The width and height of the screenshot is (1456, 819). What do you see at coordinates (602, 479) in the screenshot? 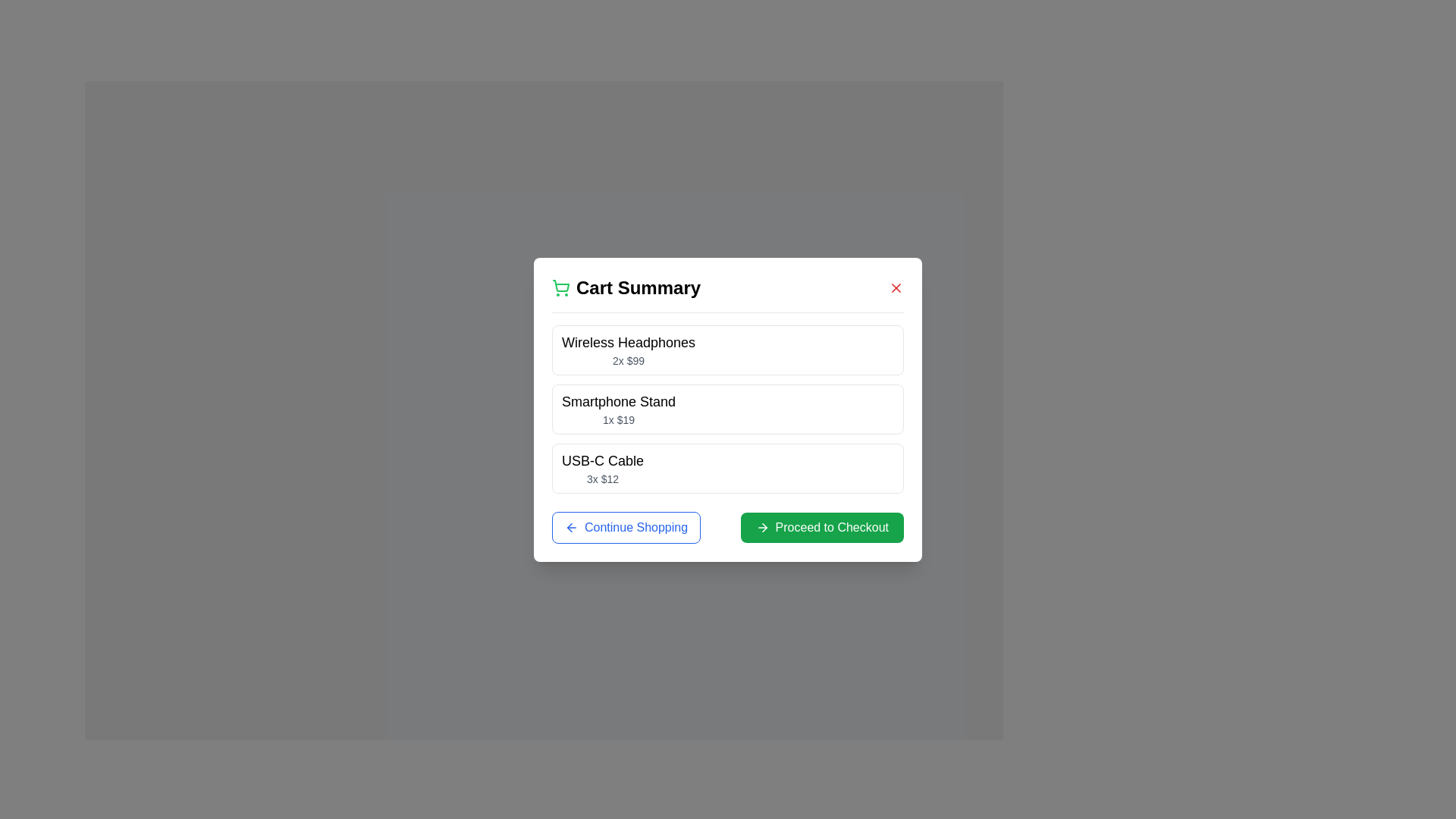
I see `text displayed in the Text Display element that shows '3x $12', located beneath the 'USB-C Cable' title in the cart summary box` at bounding box center [602, 479].